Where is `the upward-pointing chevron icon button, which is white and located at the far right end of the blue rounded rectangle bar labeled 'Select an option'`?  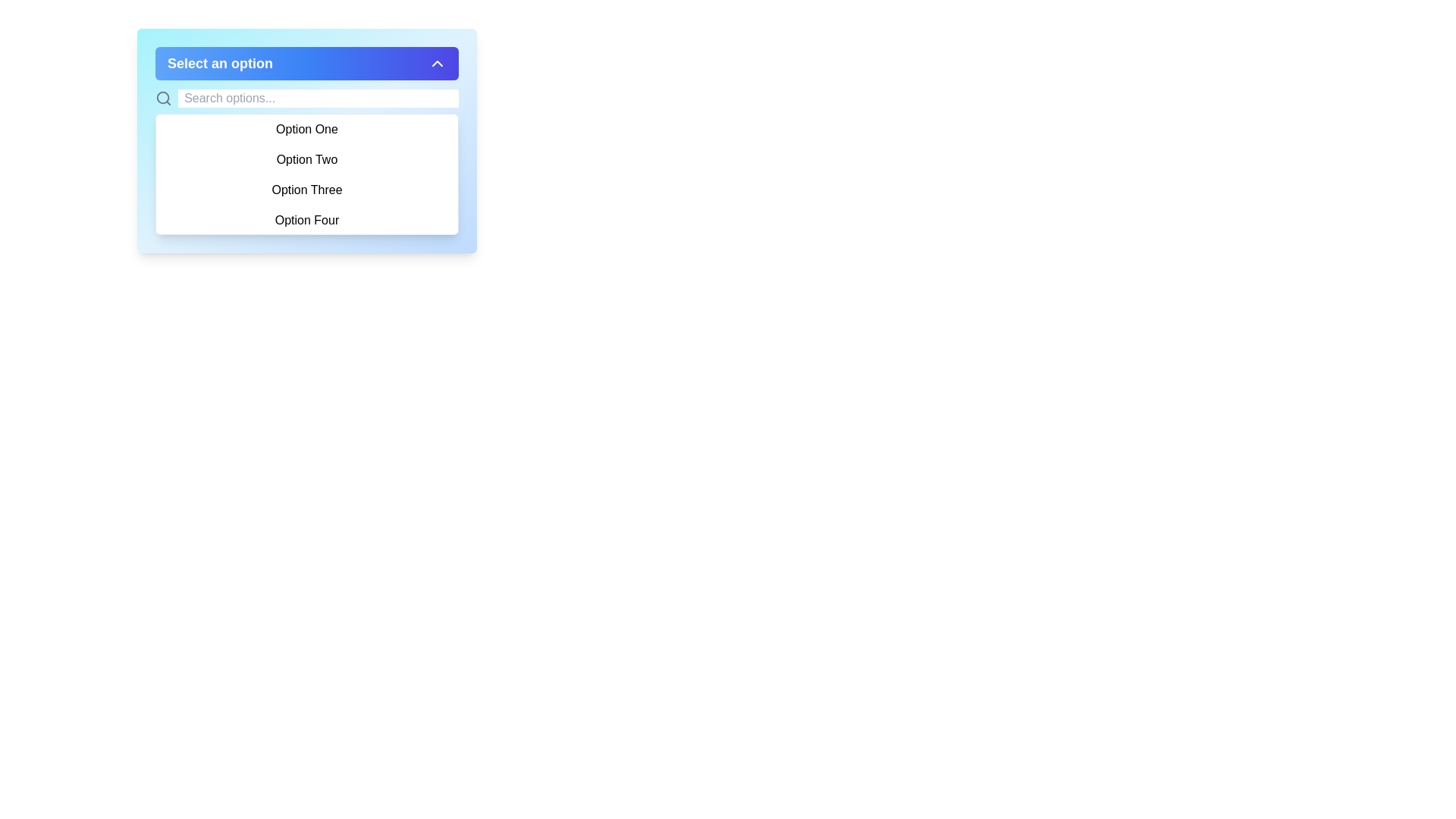
the upward-pointing chevron icon button, which is white and located at the far right end of the blue rounded rectangle bar labeled 'Select an option' is located at coordinates (436, 63).